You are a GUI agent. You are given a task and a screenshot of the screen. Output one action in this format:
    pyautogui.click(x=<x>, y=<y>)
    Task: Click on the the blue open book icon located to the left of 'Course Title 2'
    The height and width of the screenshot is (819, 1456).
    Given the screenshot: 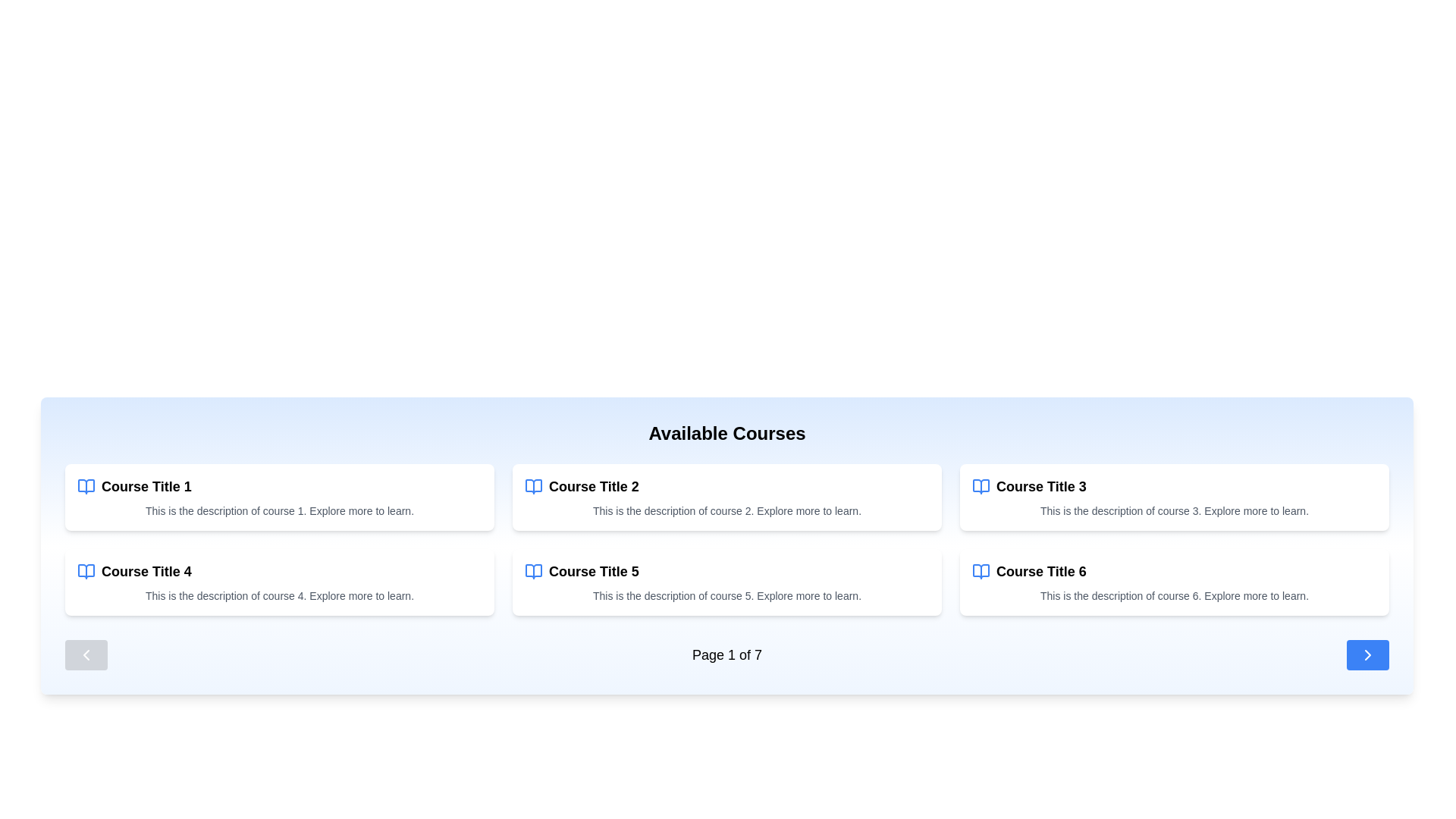 What is the action you would take?
    pyautogui.click(x=534, y=486)
    